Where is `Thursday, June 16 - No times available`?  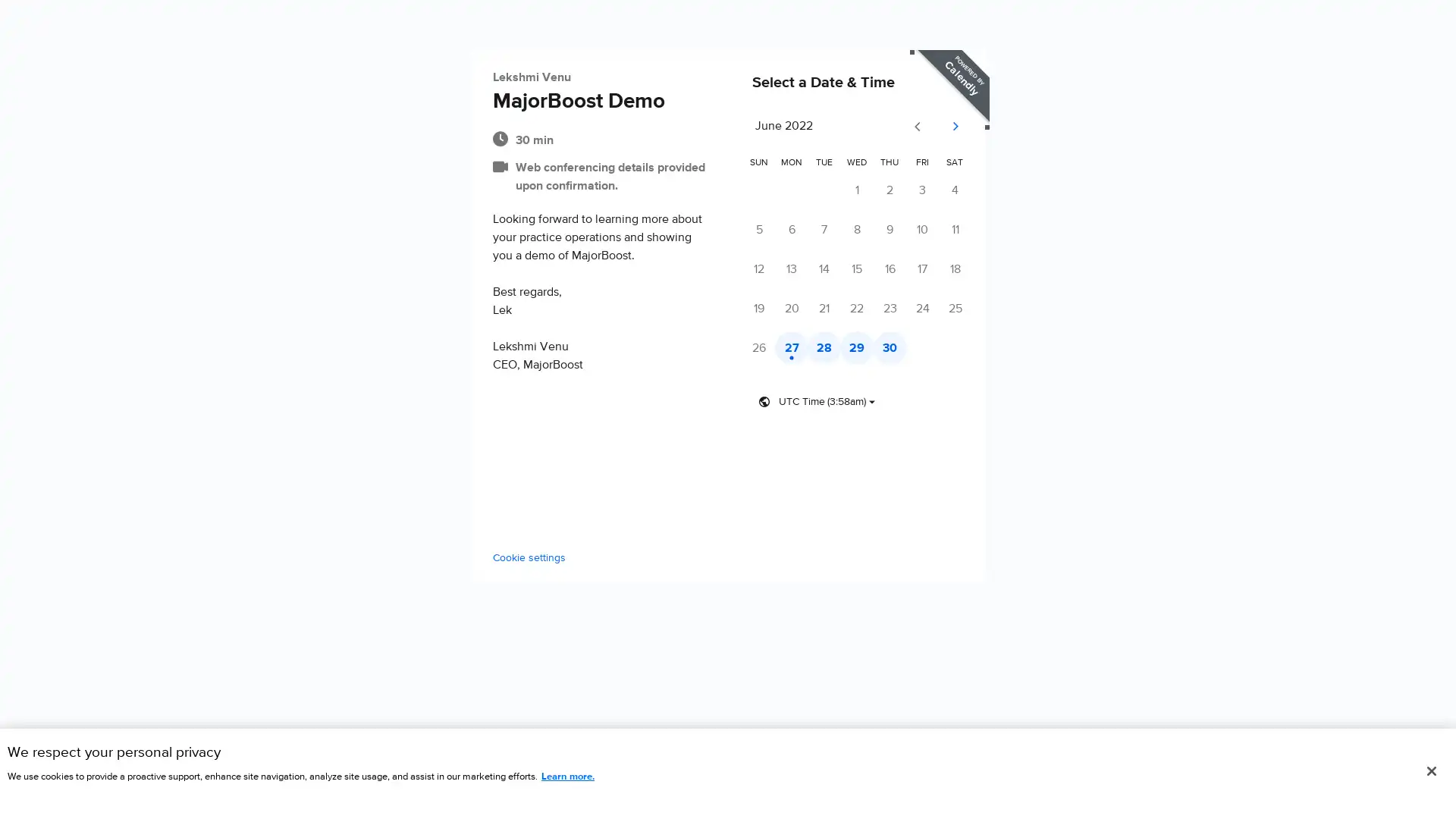
Thursday, June 16 - No times available is located at coordinates (917, 268).